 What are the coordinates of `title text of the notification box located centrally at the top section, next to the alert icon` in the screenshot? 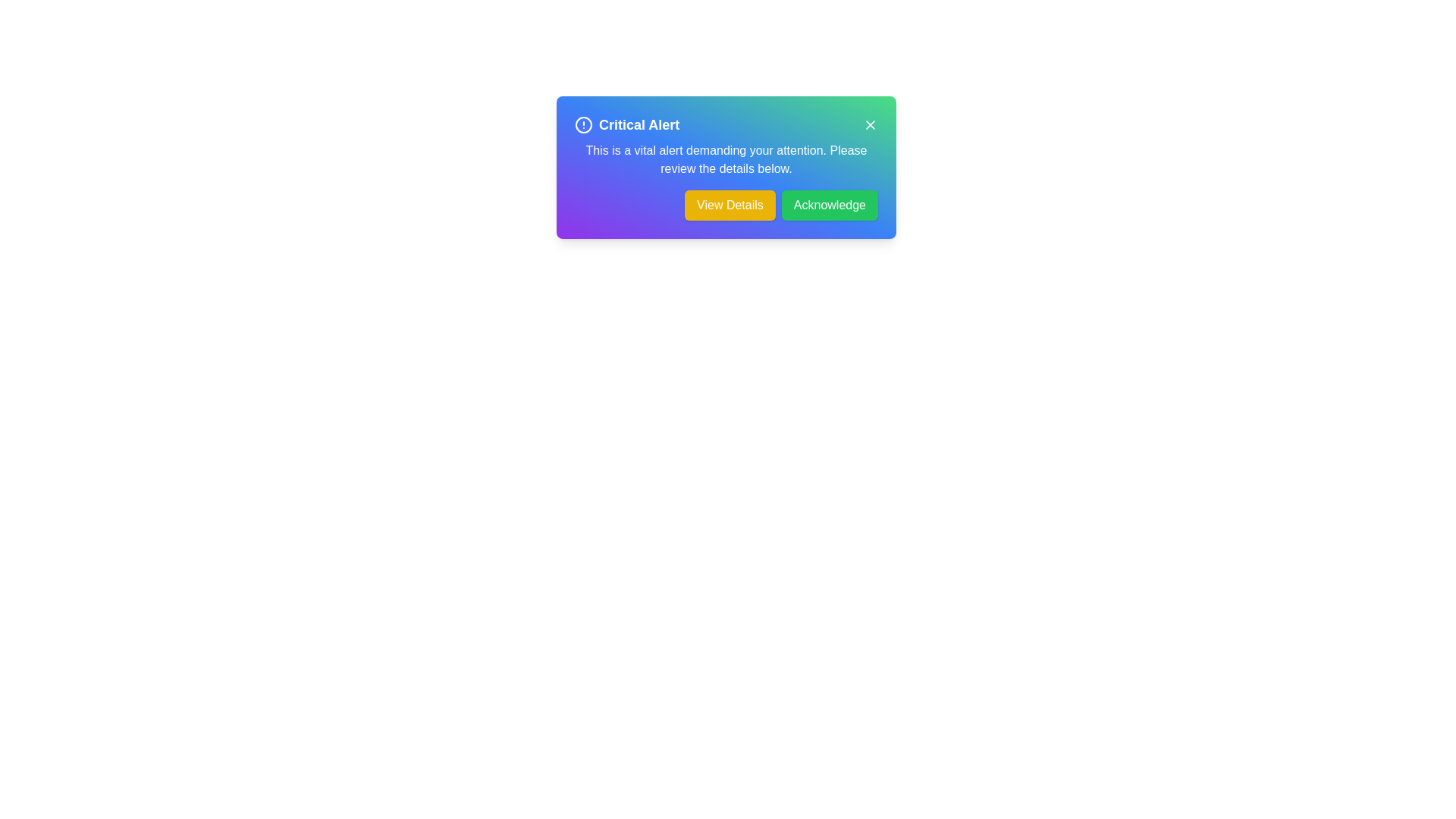 It's located at (639, 124).